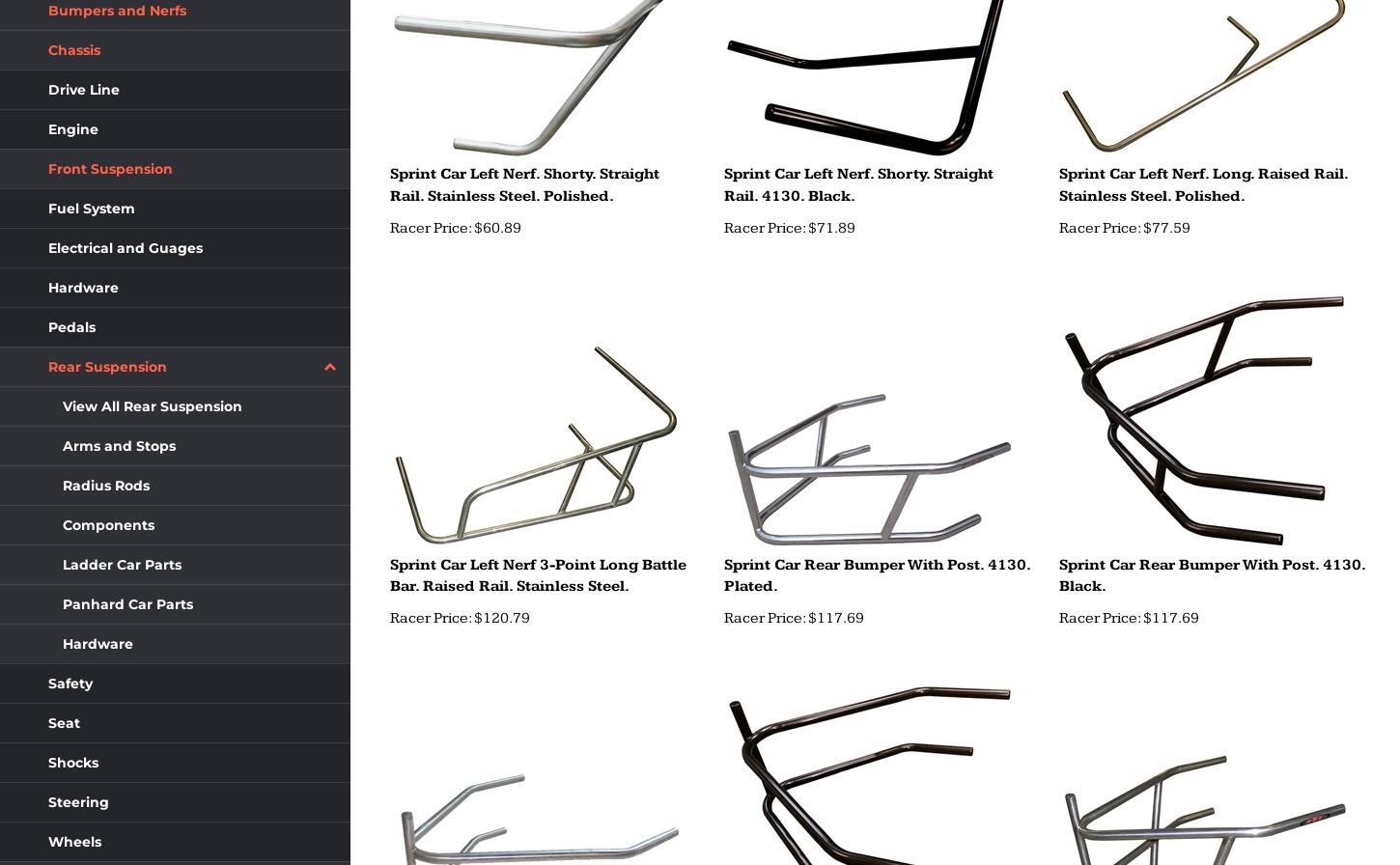  Describe the element at coordinates (73, 49) in the screenshot. I see `'Chassis'` at that location.